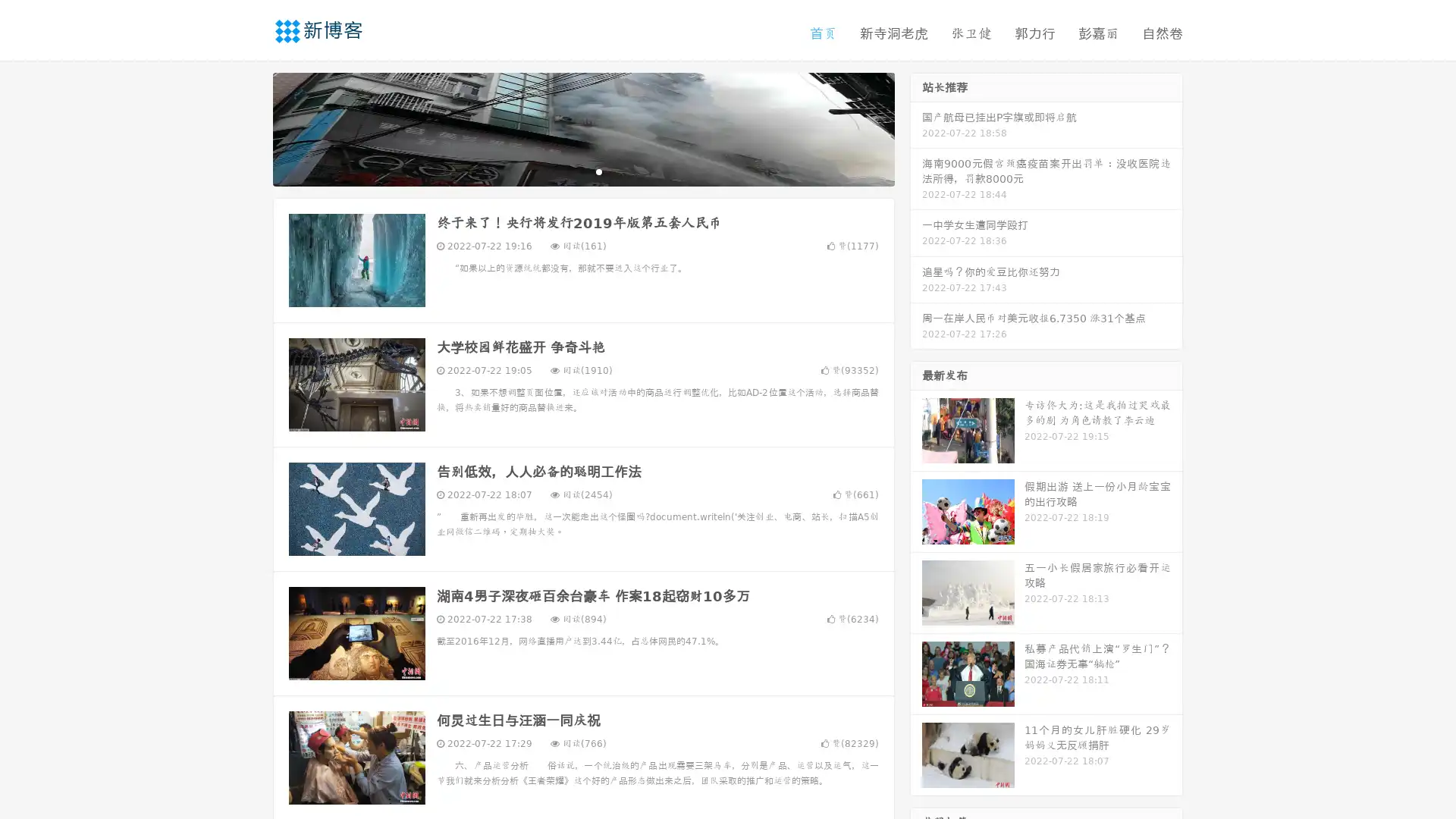 The width and height of the screenshot is (1456, 819). What do you see at coordinates (598, 171) in the screenshot?
I see `Go to slide 3` at bounding box center [598, 171].